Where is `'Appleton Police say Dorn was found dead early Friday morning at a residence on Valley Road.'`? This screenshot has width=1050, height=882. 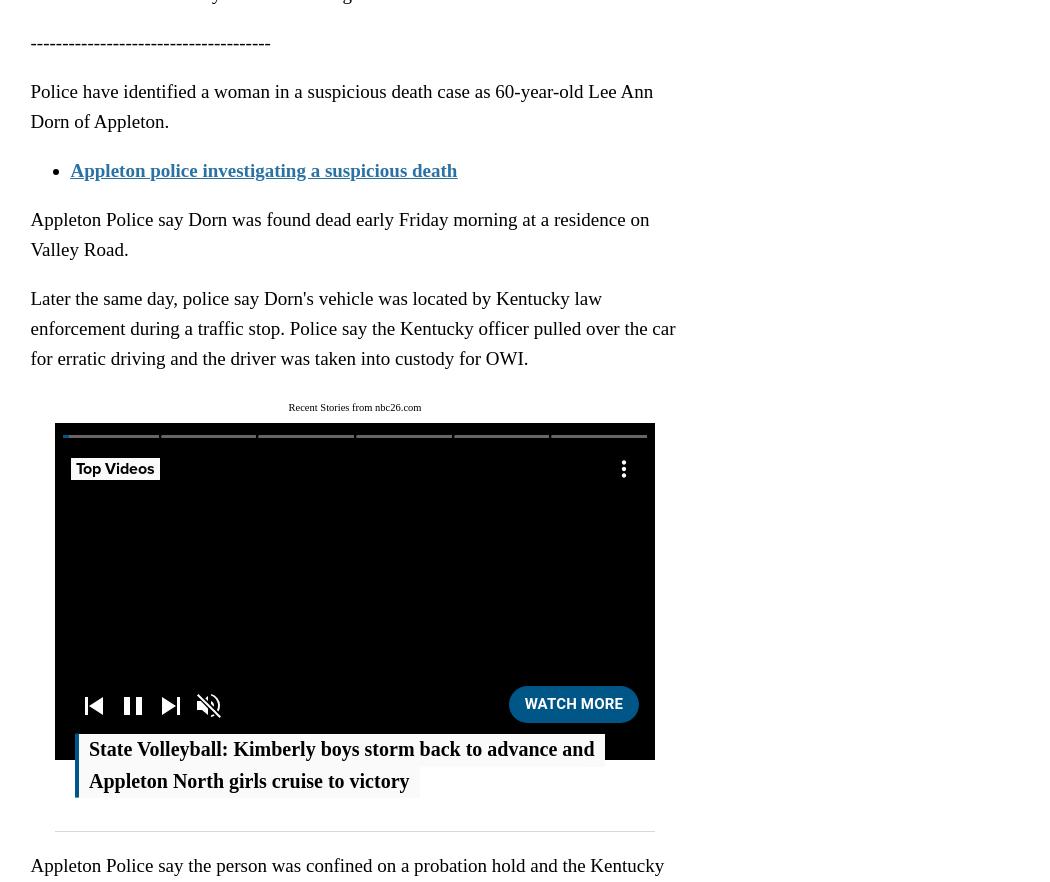
'Appleton Police say Dorn was found dead early Friday morning at a residence on Valley Road.' is located at coordinates (338, 232).